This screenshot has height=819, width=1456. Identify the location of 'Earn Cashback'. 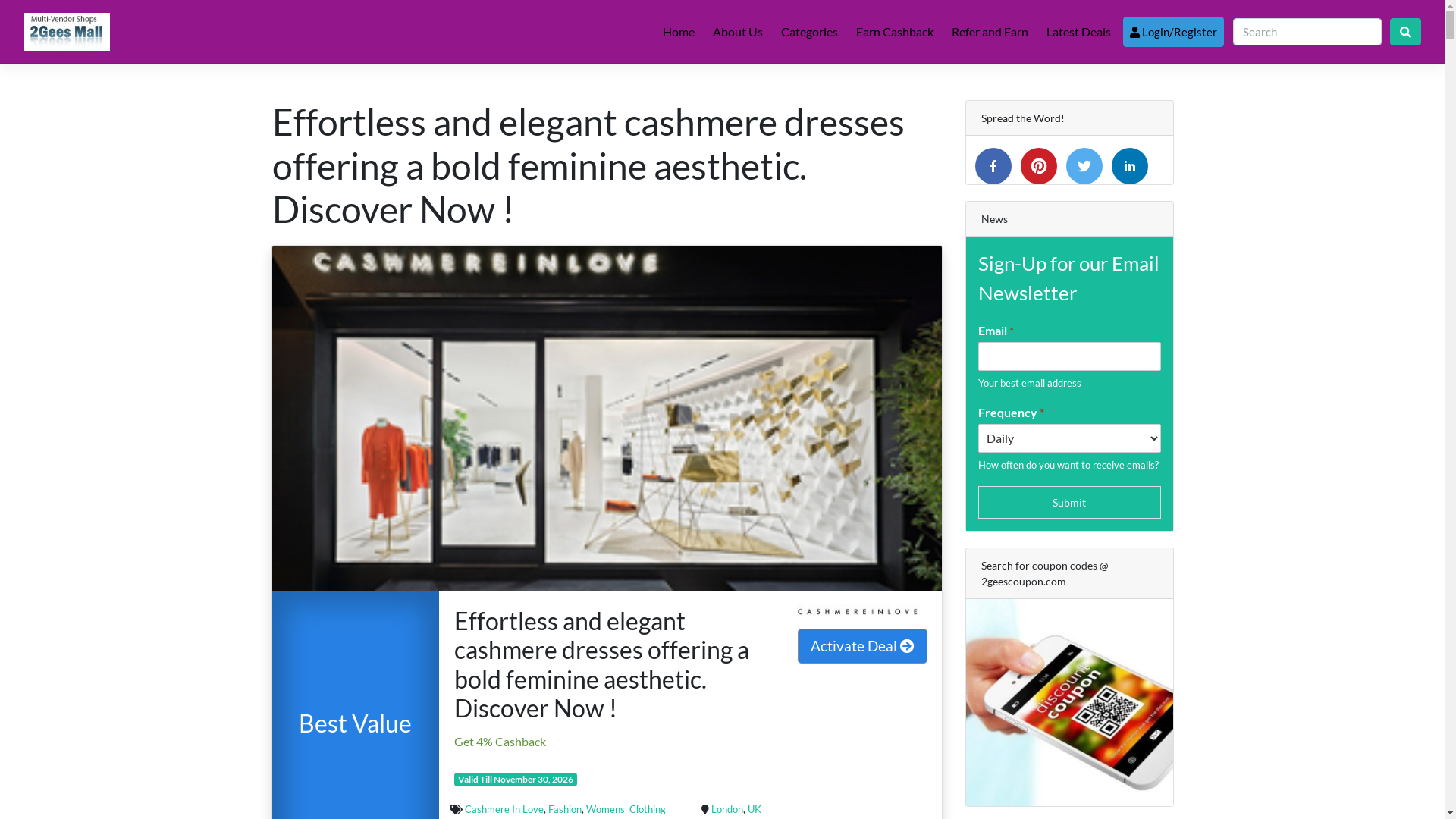
(895, 32).